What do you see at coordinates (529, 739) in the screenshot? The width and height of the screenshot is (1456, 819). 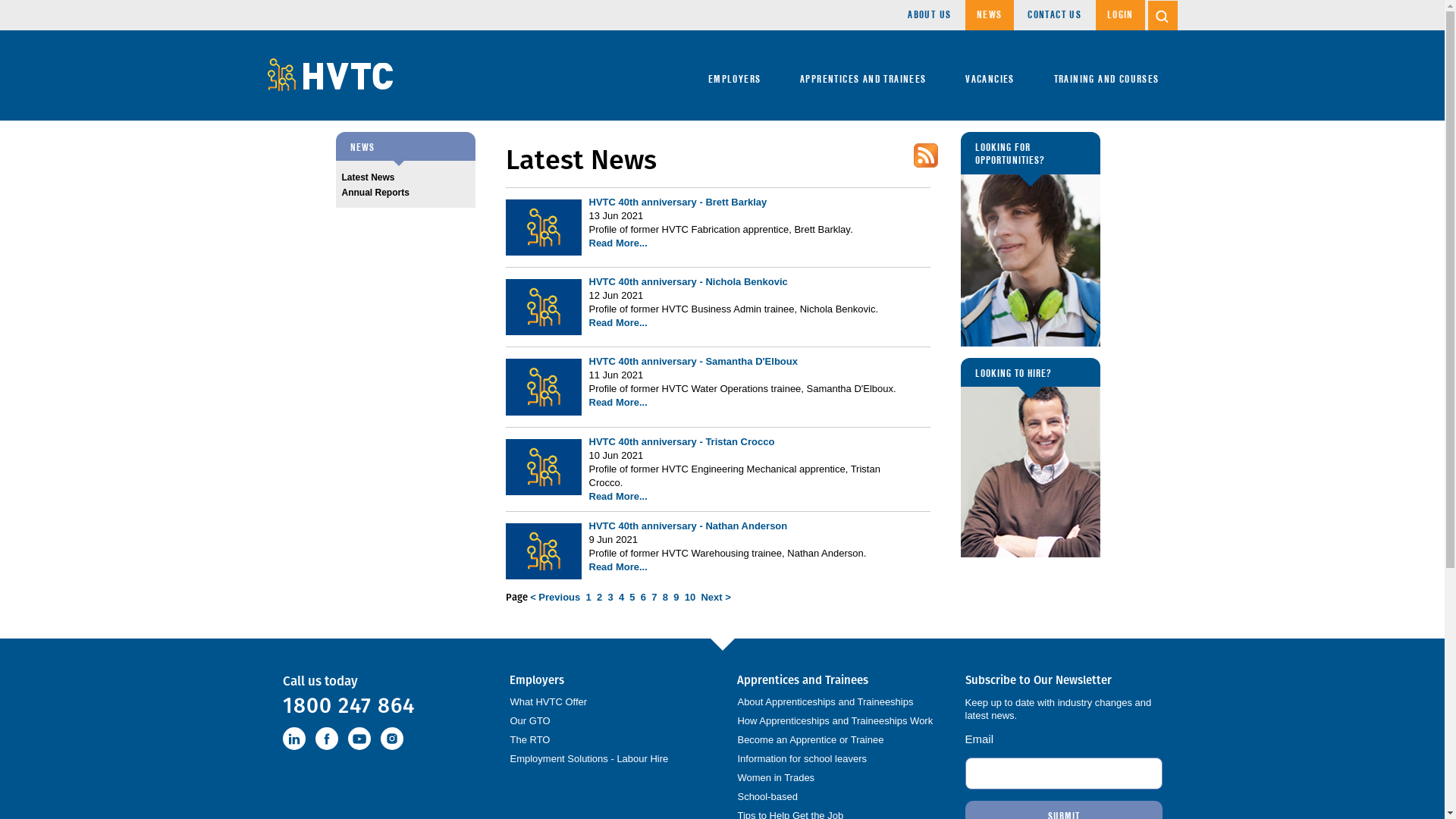 I see `'The RTO'` at bounding box center [529, 739].